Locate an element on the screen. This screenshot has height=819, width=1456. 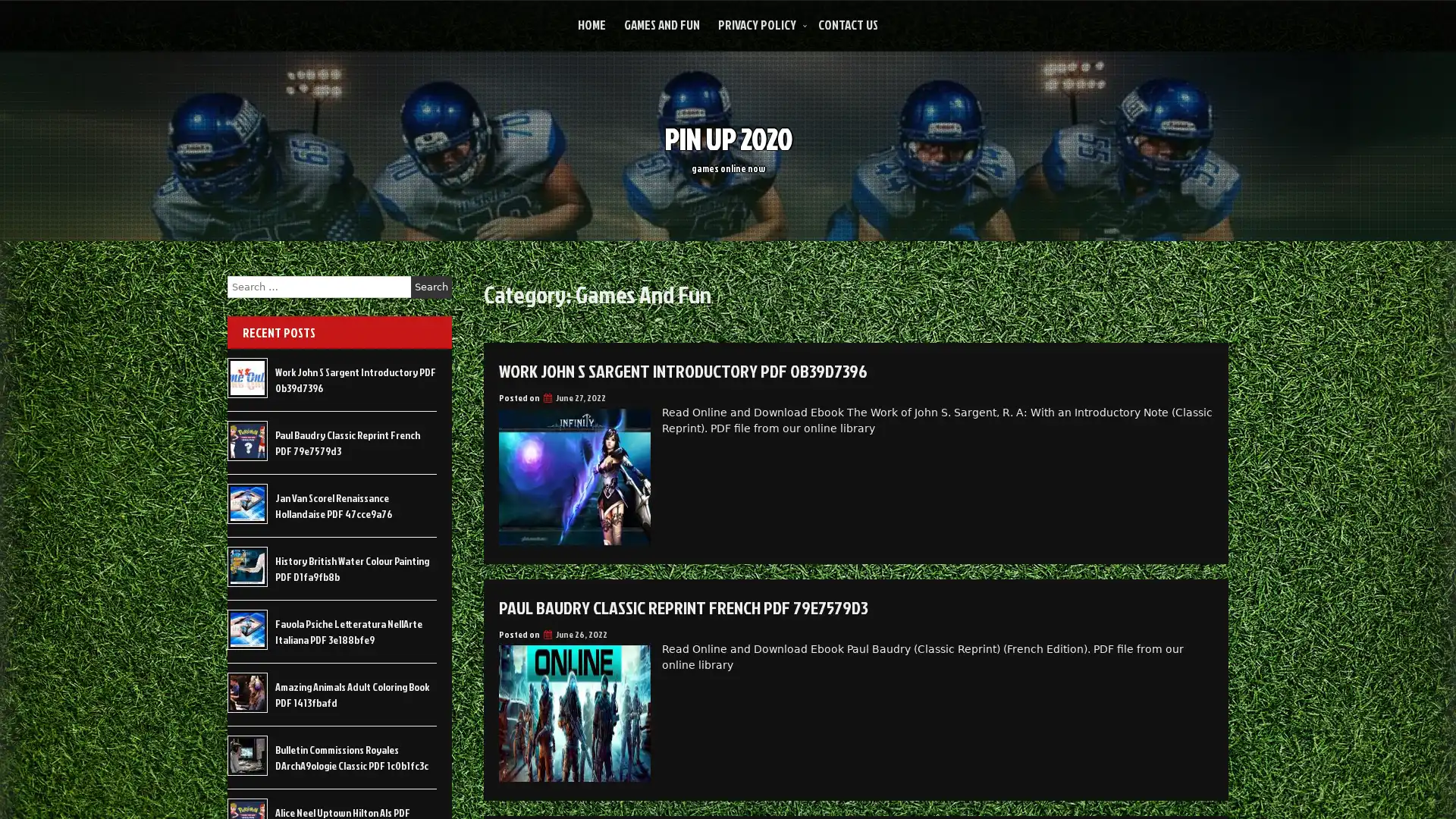
Search is located at coordinates (431, 287).